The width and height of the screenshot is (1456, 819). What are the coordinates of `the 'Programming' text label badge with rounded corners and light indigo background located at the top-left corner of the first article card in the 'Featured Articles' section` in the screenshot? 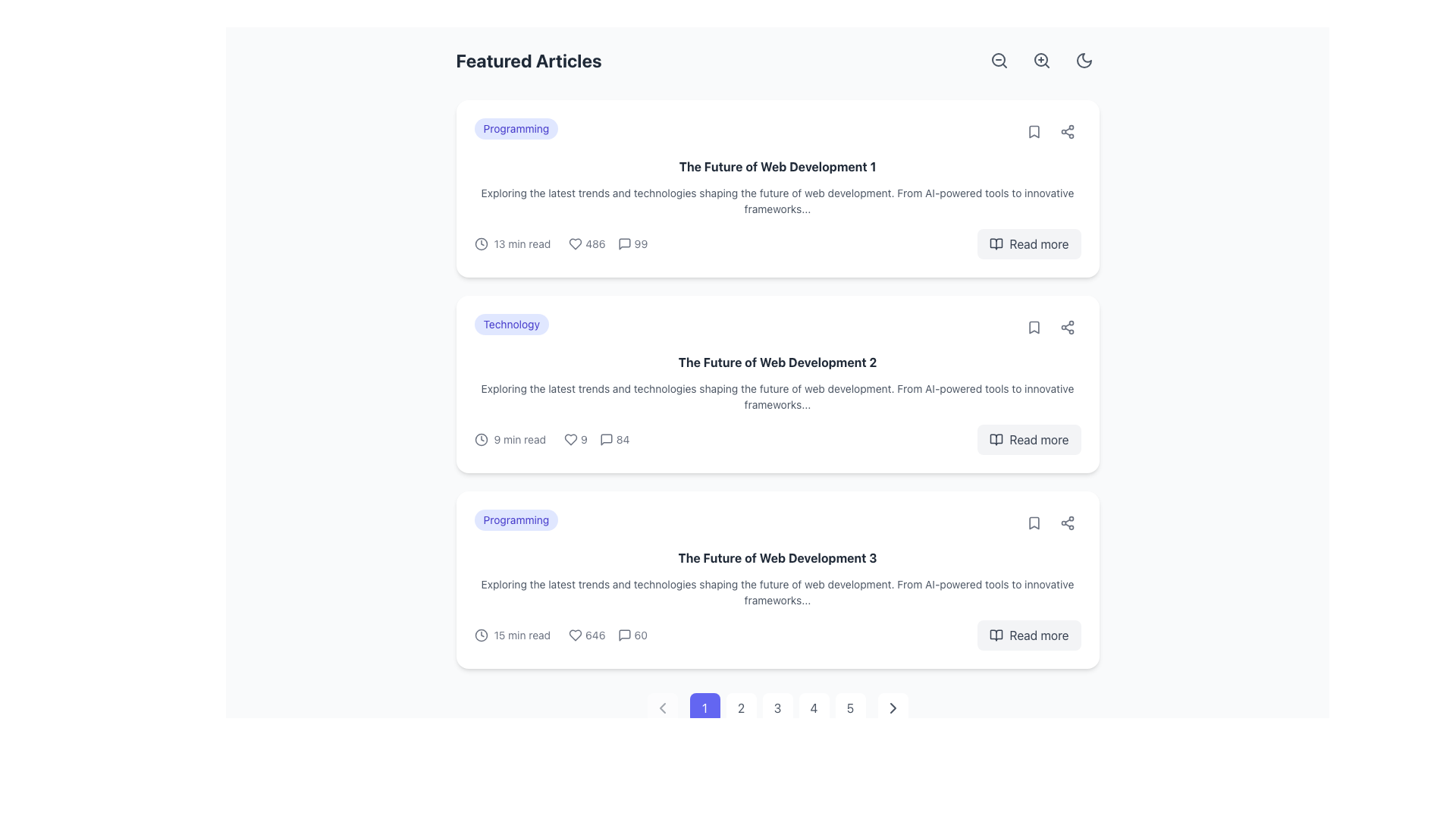 It's located at (516, 127).